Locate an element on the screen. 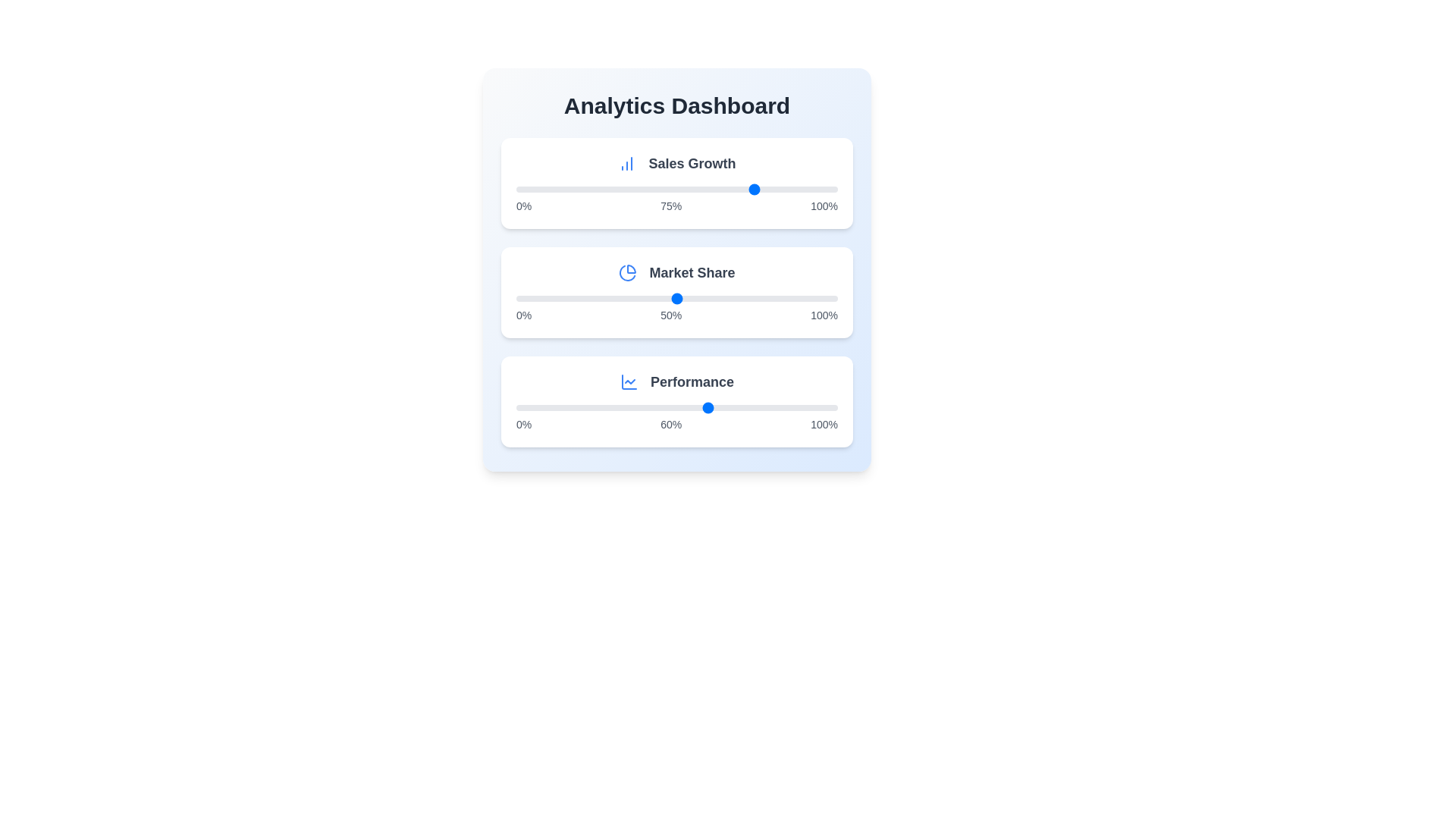 This screenshot has height=819, width=1456. the 'Sales Growth' slider to 24% is located at coordinates (592, 189).